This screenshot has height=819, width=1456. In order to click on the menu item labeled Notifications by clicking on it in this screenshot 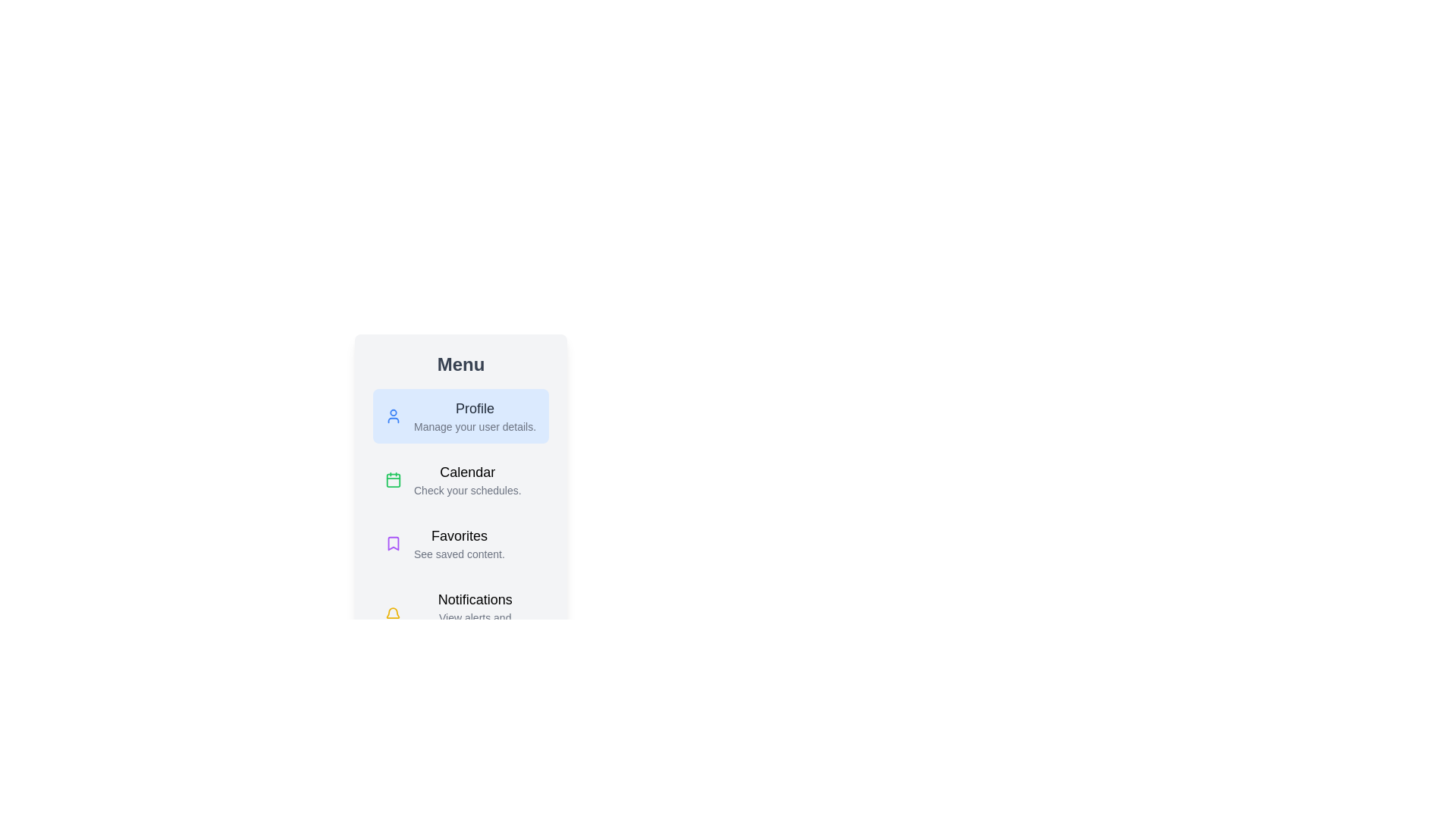, I will do `click(460, 614)`.